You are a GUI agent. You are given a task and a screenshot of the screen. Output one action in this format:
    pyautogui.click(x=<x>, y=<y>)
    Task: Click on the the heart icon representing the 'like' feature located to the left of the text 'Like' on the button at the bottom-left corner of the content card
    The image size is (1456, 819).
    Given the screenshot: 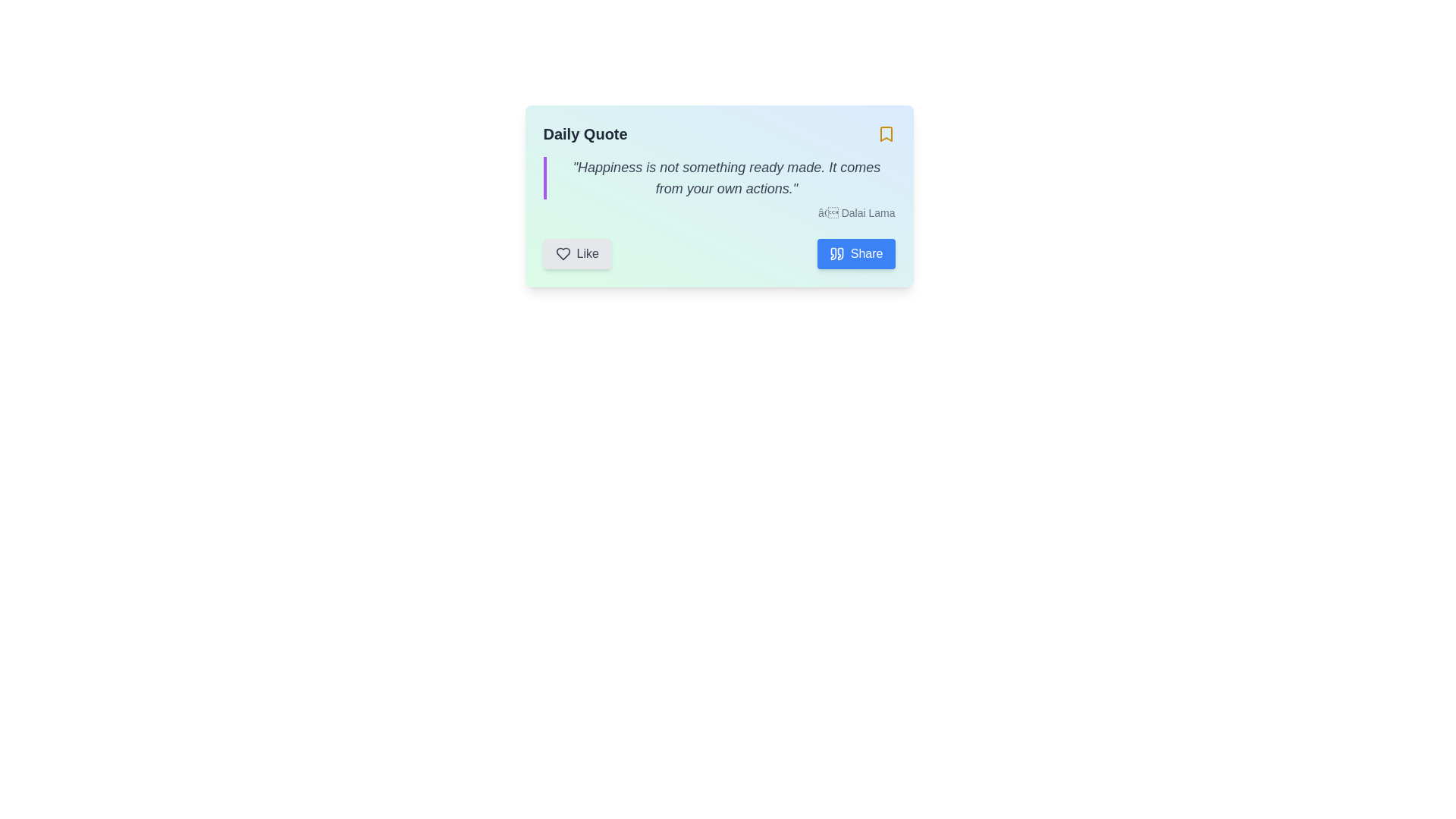 What is the action you would take?
    pyautogui.click(x=562, y=253)
    